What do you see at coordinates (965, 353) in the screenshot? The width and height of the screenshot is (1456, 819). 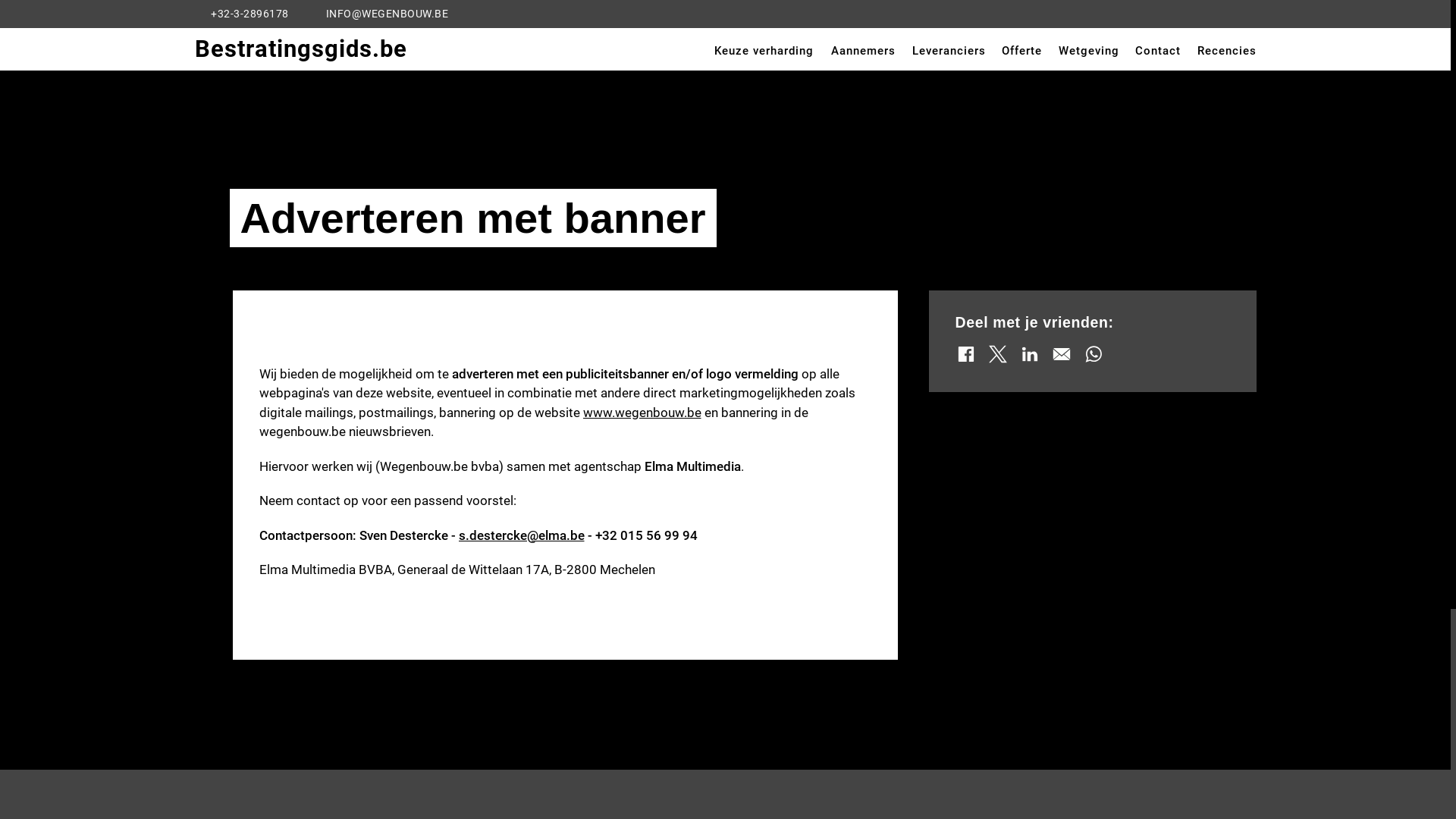 I see `'Share via facebook'` at bounding box center [965, 353].